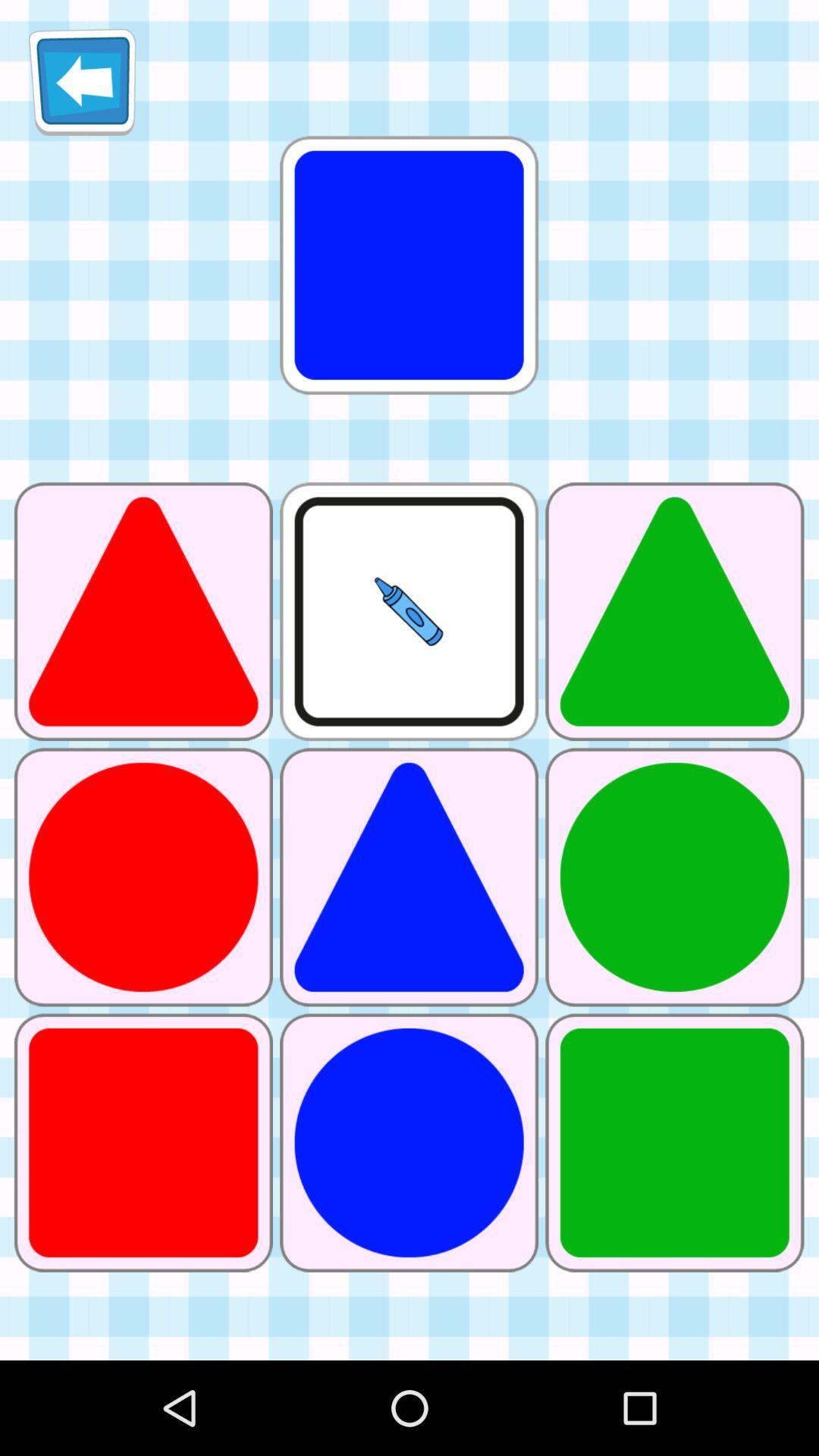 This screenshot has height=1456, width=819. Describe the element at coordinates (82, 81) in the screenshot. I see `icon at the top left corner` at that location.